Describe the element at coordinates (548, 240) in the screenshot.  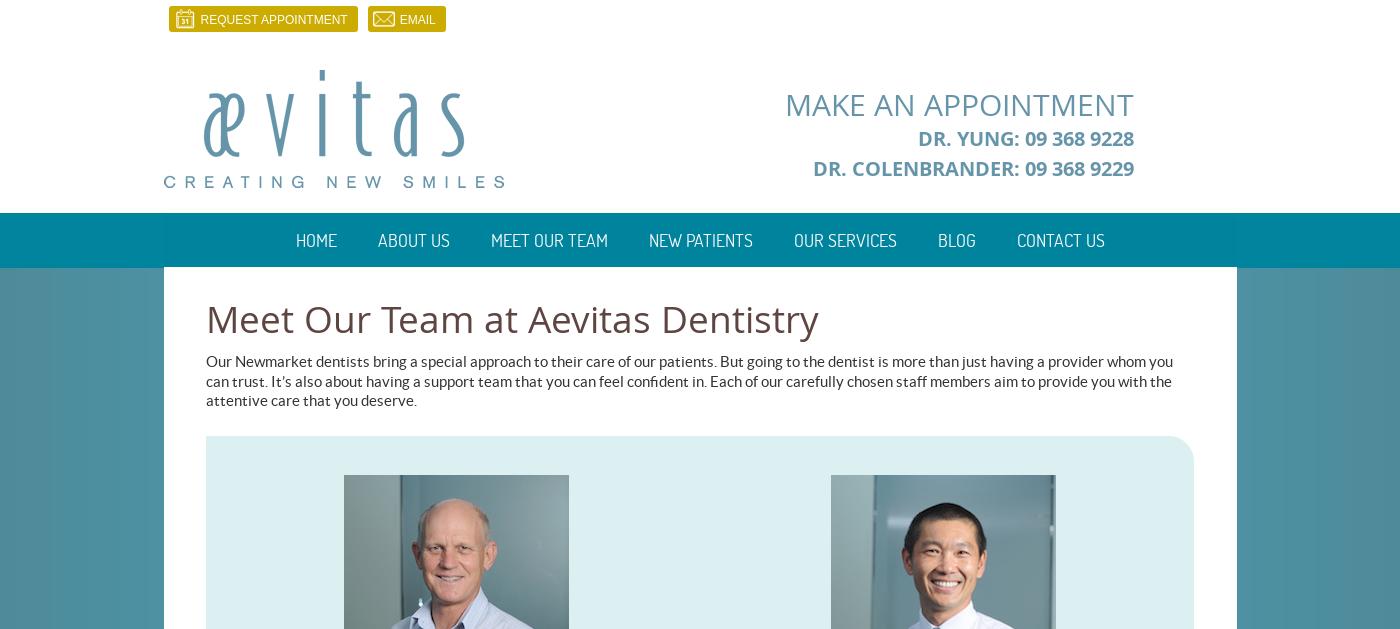
I see `'Meet Our Team'` at that location.